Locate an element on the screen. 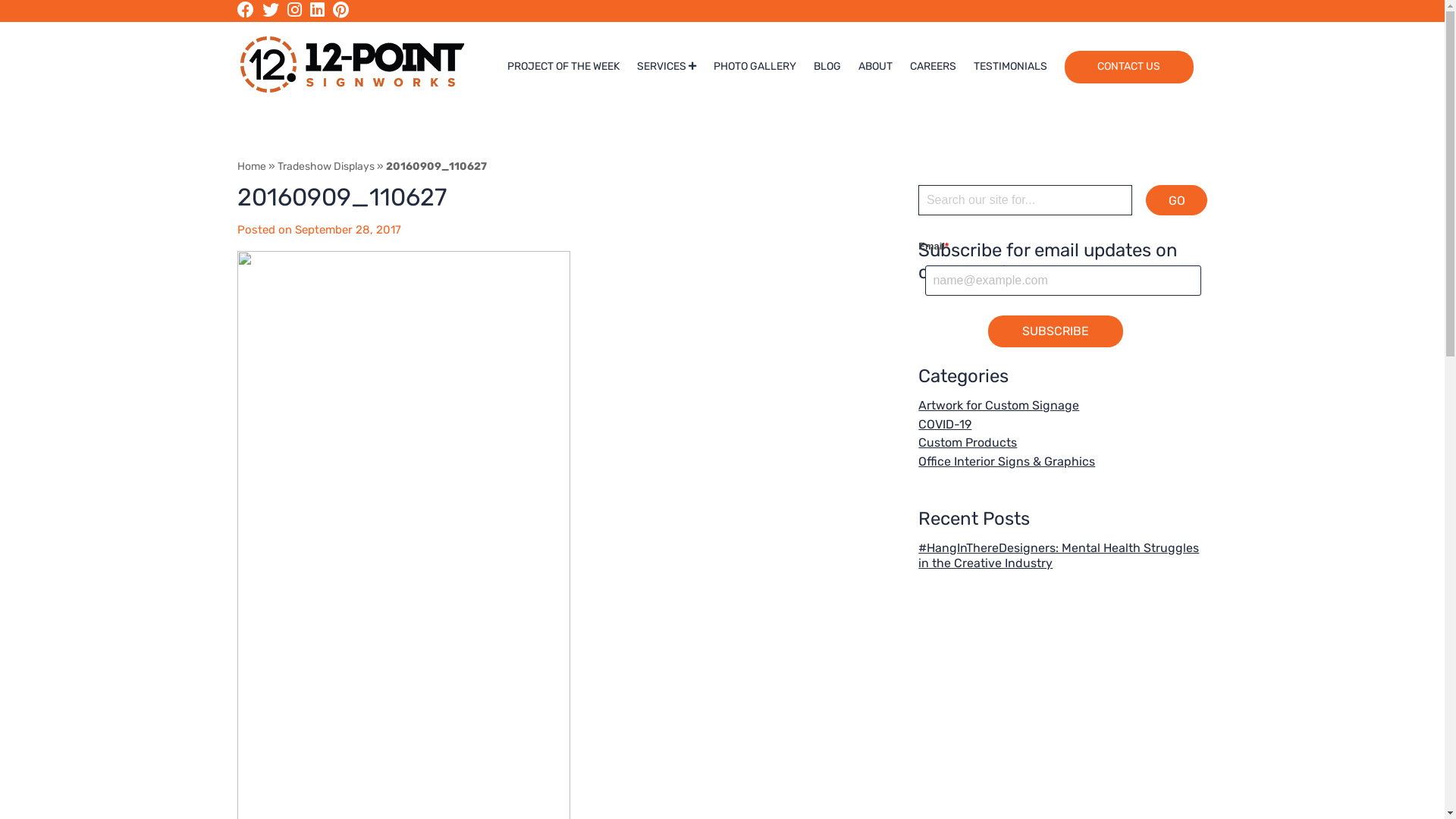 This screenshot has height=819, width=1456. 'PHOTO GALLERY' is located at coordinates (755, 66).